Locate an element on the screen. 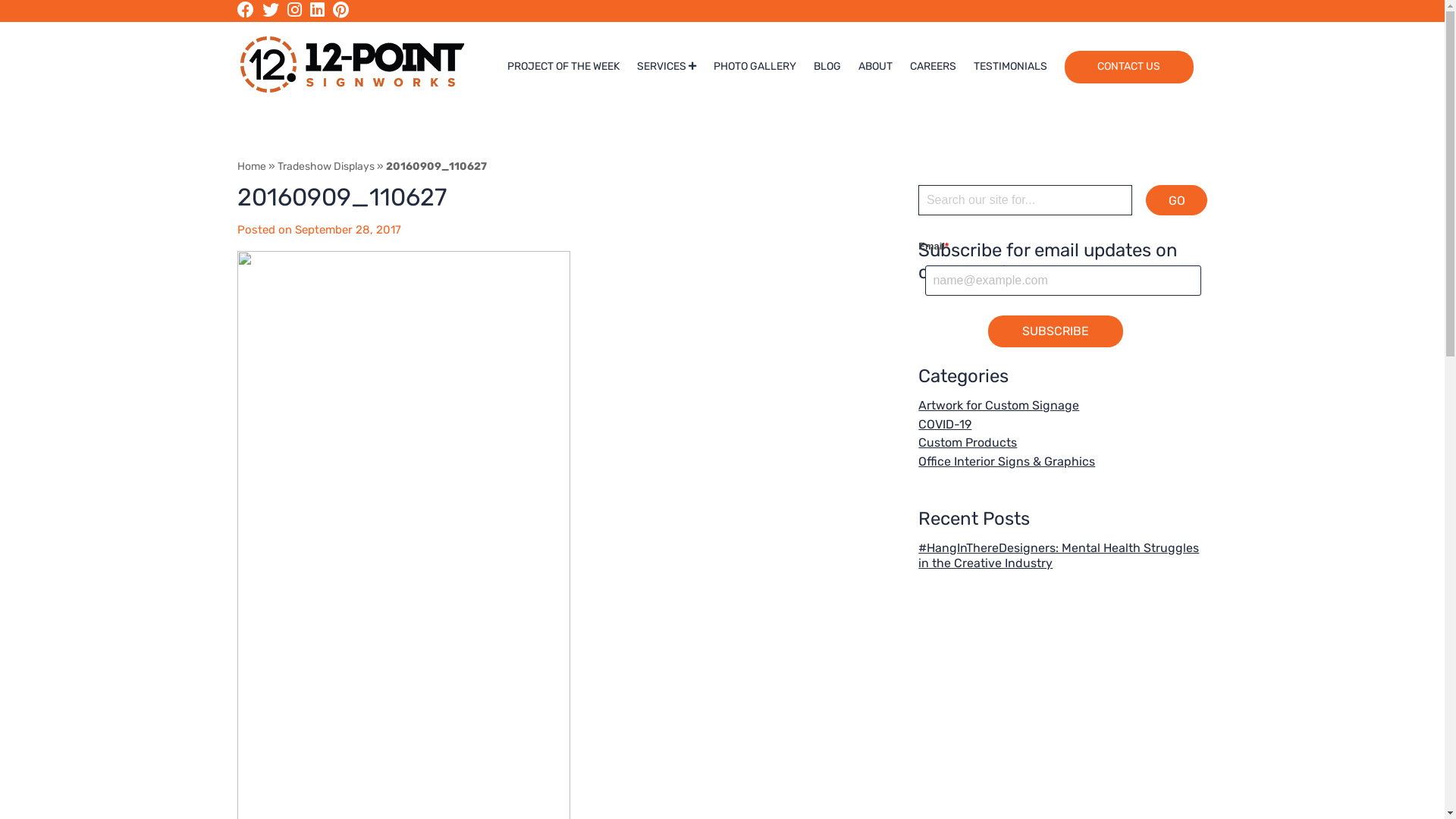 This screenshot has height=819, width=1456. 'PHOTO GALLERY' is located at coordinates (755, 66).